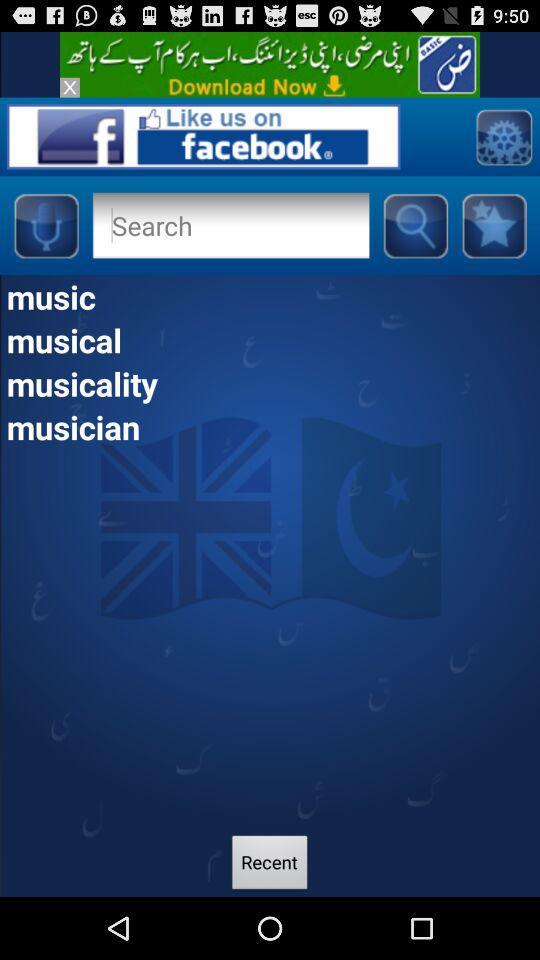 Image resolution: width=540 pixels, height=960 pixels. What do you see at coordinates (46, 225) in the screenshot?
I see `mic button left to search bar` at bounding box center [46, 225].